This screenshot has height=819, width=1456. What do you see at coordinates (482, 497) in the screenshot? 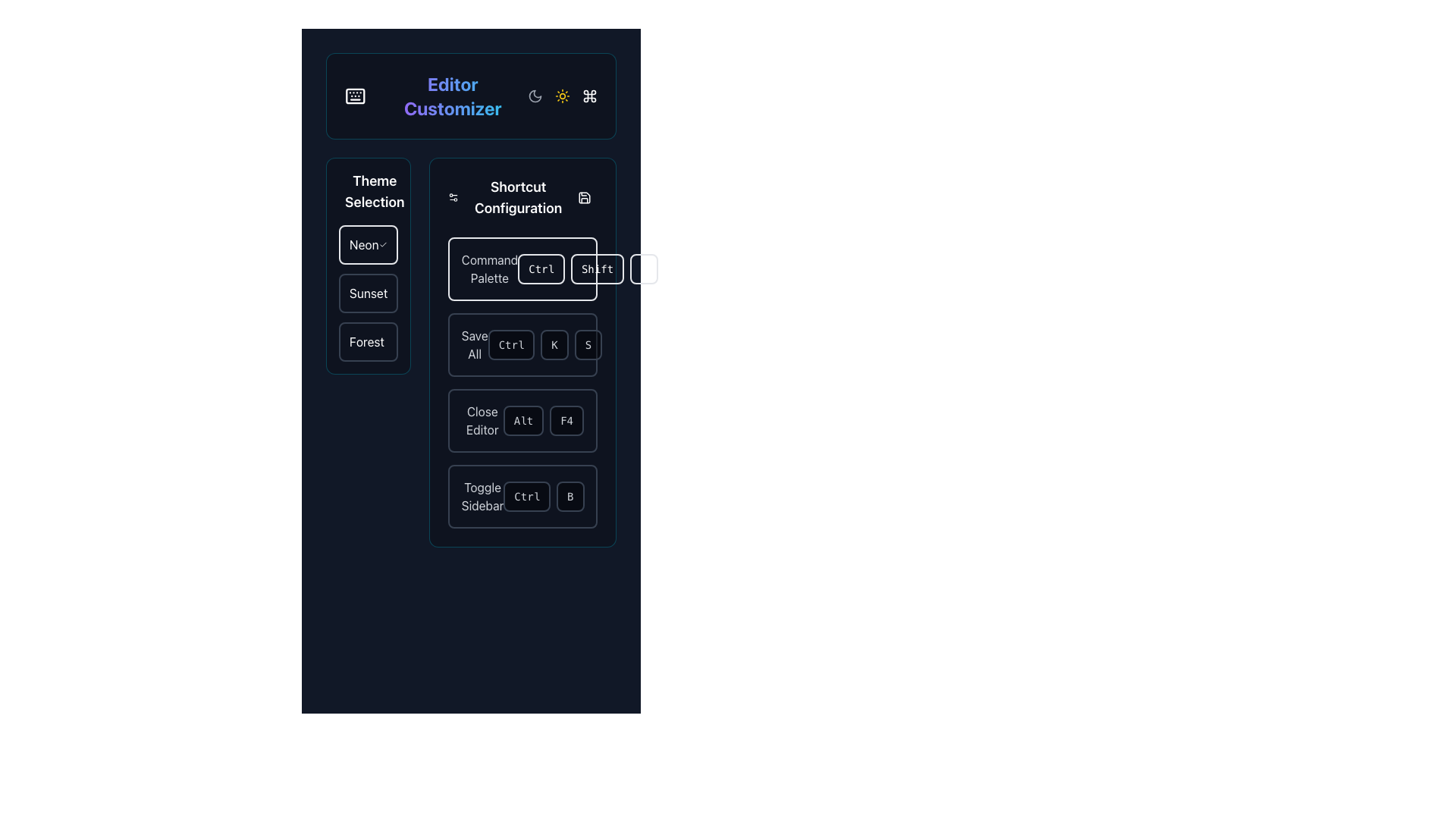
I see `the 'Toggle Sidebar' text label, which is displayed in light gray on a dark background, located within the 'Shortcut Configuration' column and adjacent to the shortcut keys 'Ctrl' and 'B'` at bounding box center [482, 497].